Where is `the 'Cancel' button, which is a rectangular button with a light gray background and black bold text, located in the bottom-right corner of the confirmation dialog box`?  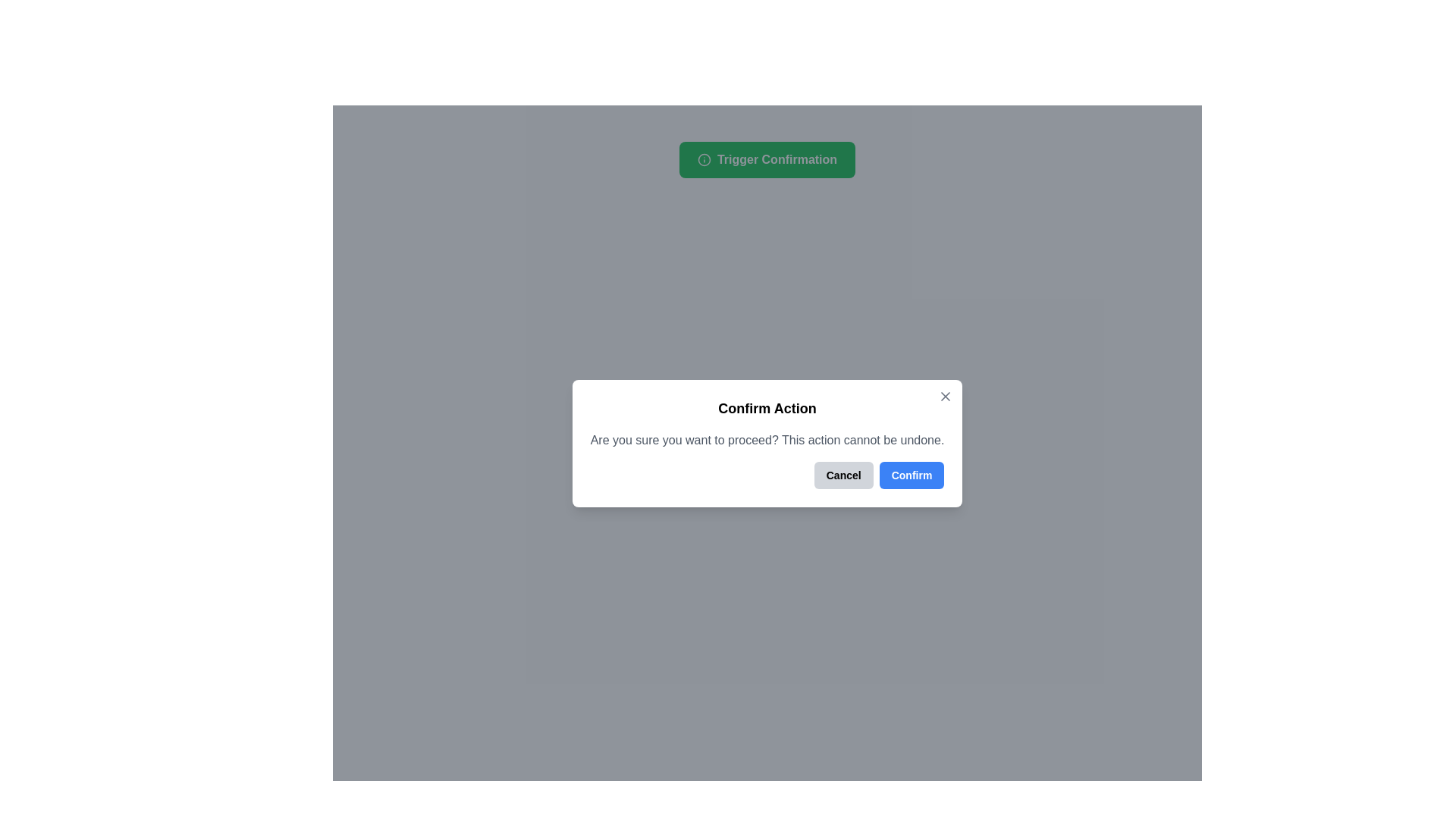
the 'Cancel' button, which is a rectangular button with a light gray background and black bold text, located in the bottom-right corner of the confirmation dialog box is located at coordinates (843, 474).